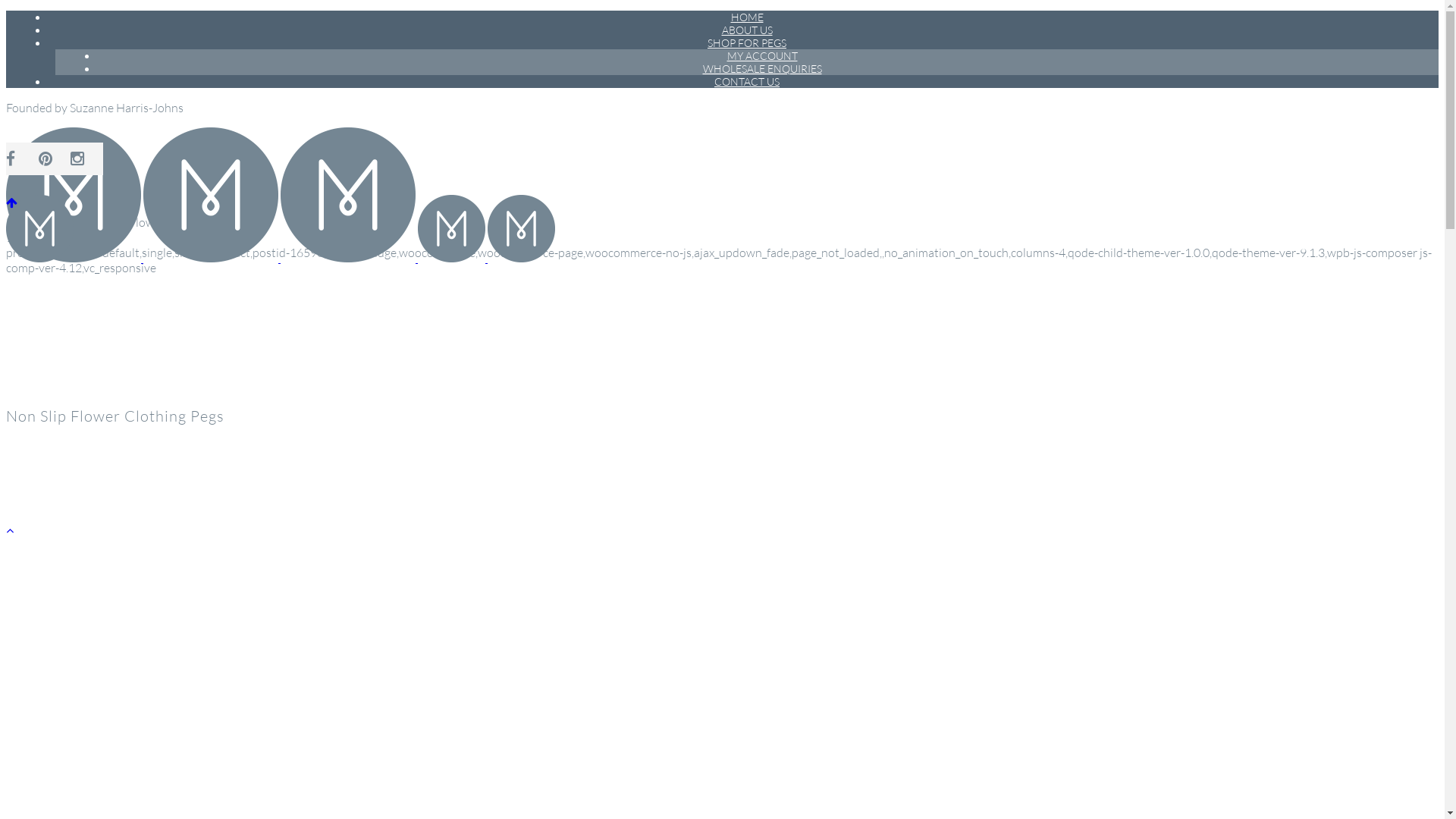 The width and height of the screenshot is (1456, 819). What do you see at coordinates (691, 68) in the screenshot?
I see `'WHOLESALE ENQUIRIES'` at bounding box center [691, 68].